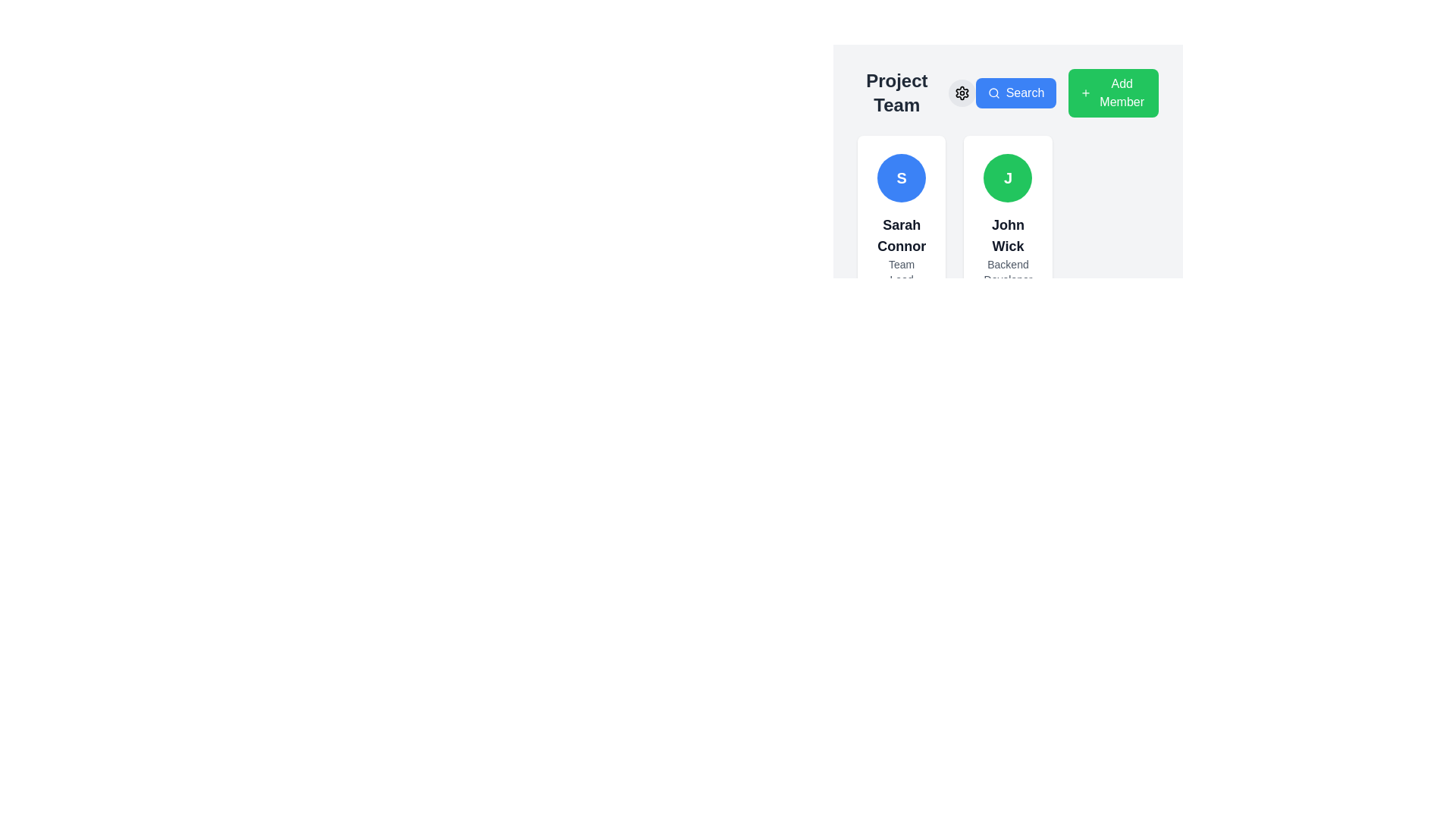 The image size is (1456, 819). I want to click on the add member icon located on the left side of the green 'Add Member' button in the top-right corner of the interface, so click(1085, 93).